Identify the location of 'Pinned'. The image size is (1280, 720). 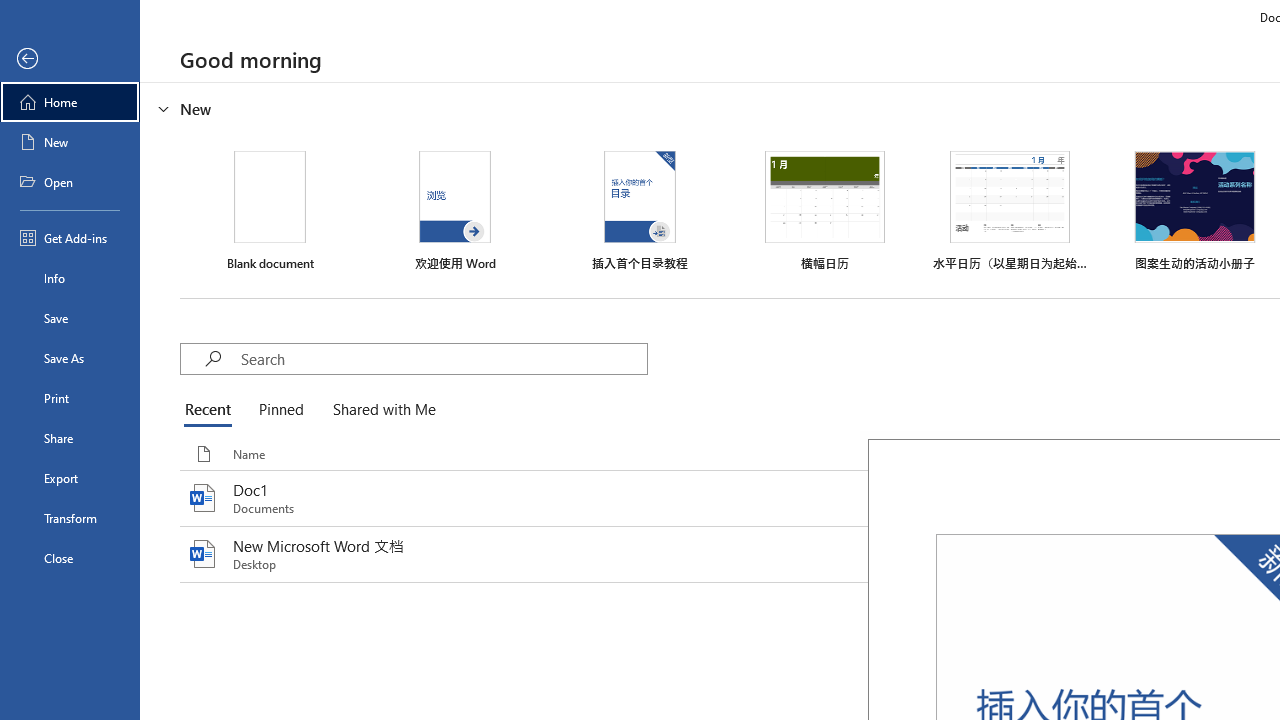
(279, 410).